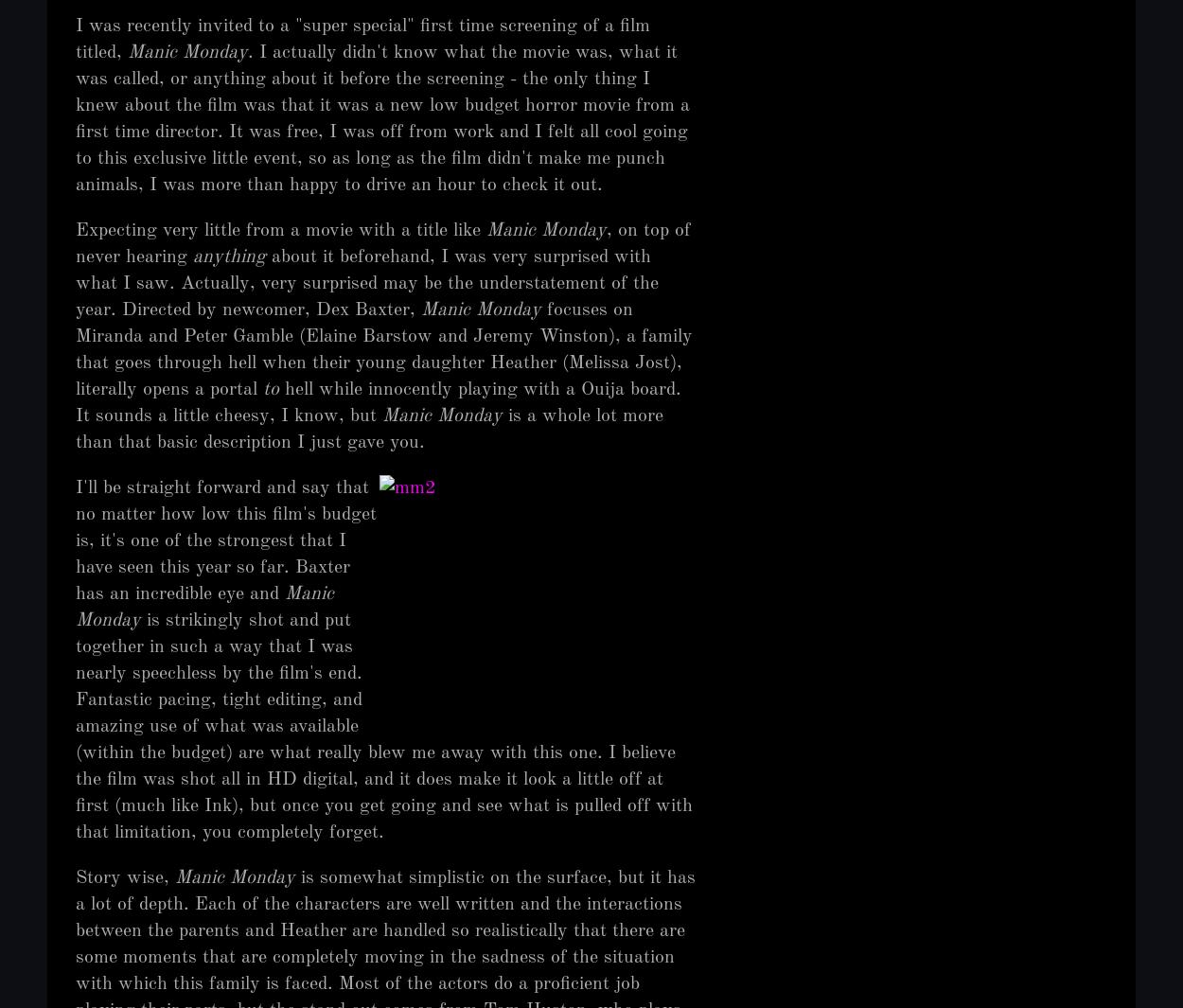 The height and width of the screenshot is (1008, 1183). I want to click on 'I was recently invited to a "super special" first time screening of a film titled,', so click(362, 38).